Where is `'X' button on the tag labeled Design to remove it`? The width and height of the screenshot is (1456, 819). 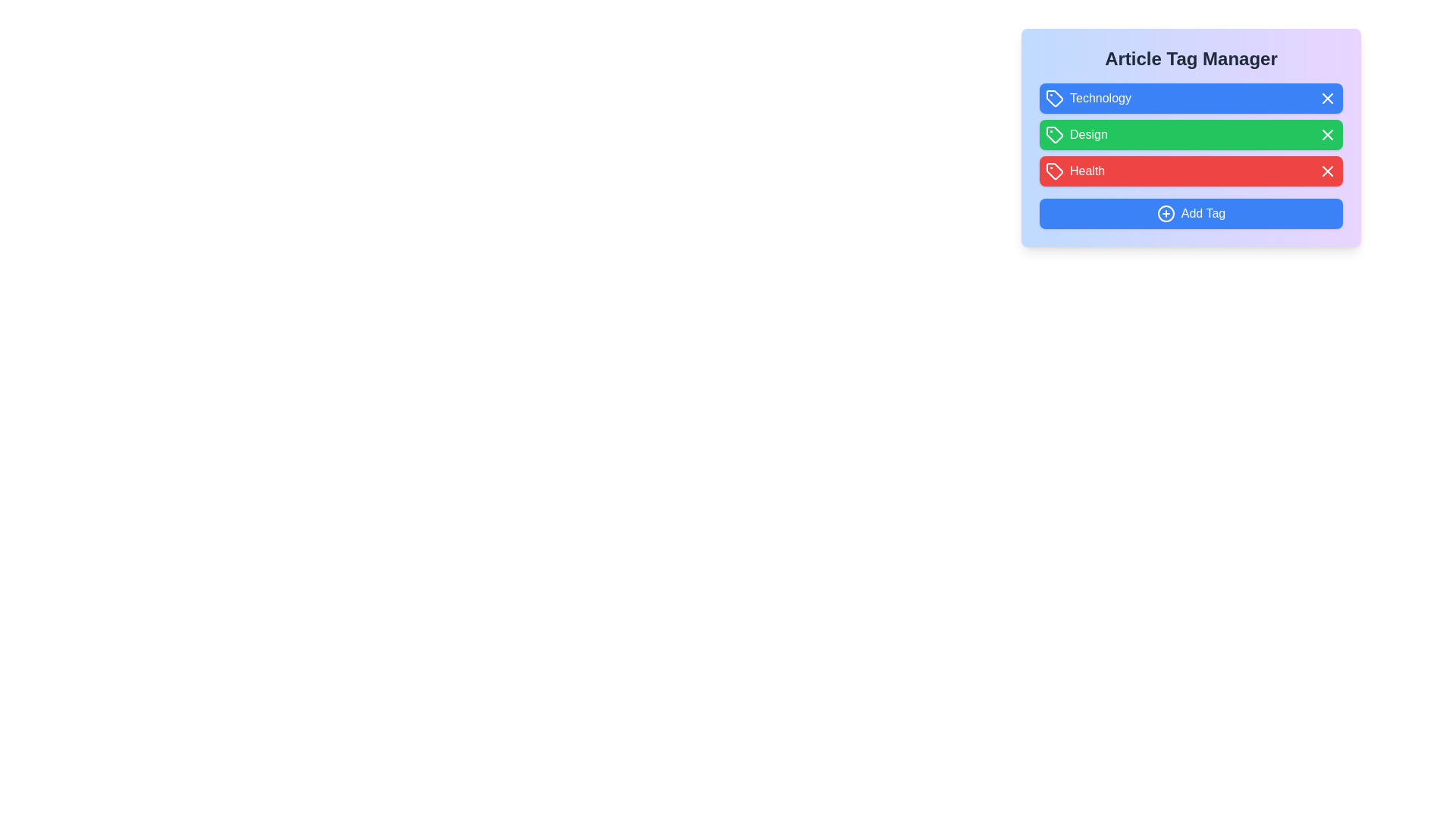
'X' button on the tag labeled Design to remove it is located at coordinates (1327, 133).